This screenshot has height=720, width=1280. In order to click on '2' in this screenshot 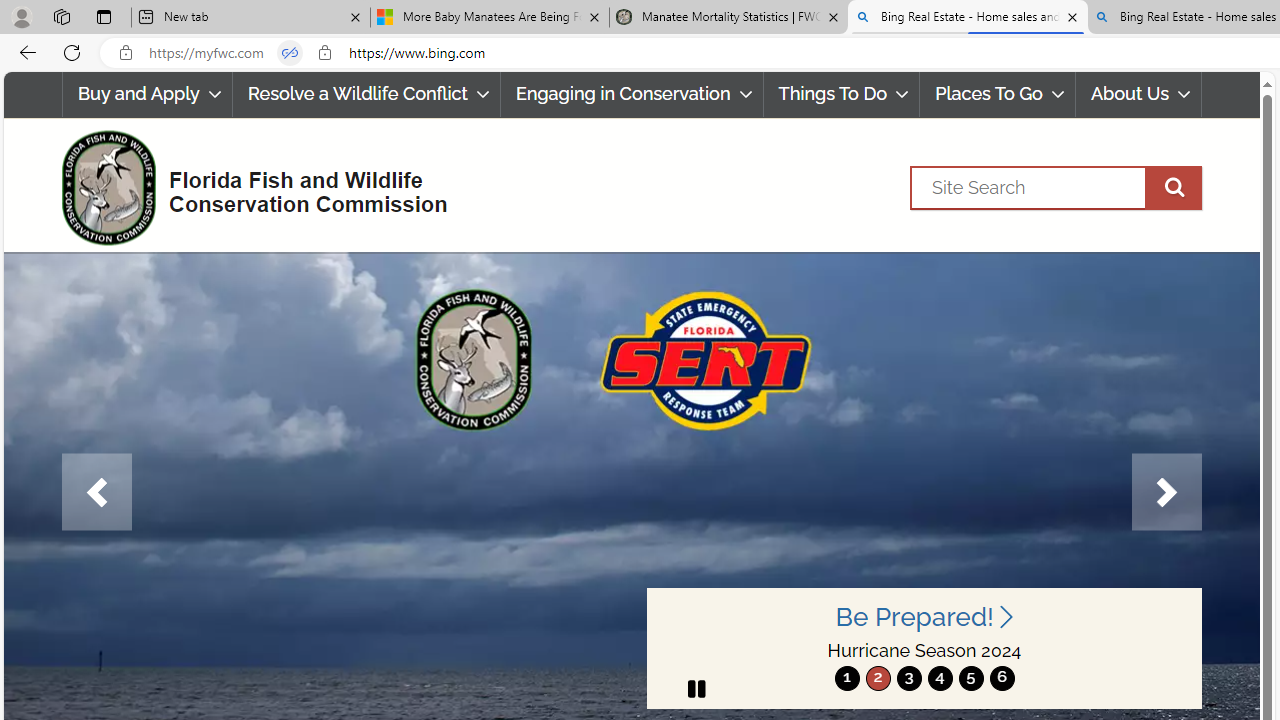, I will do `click(878, 677)`.